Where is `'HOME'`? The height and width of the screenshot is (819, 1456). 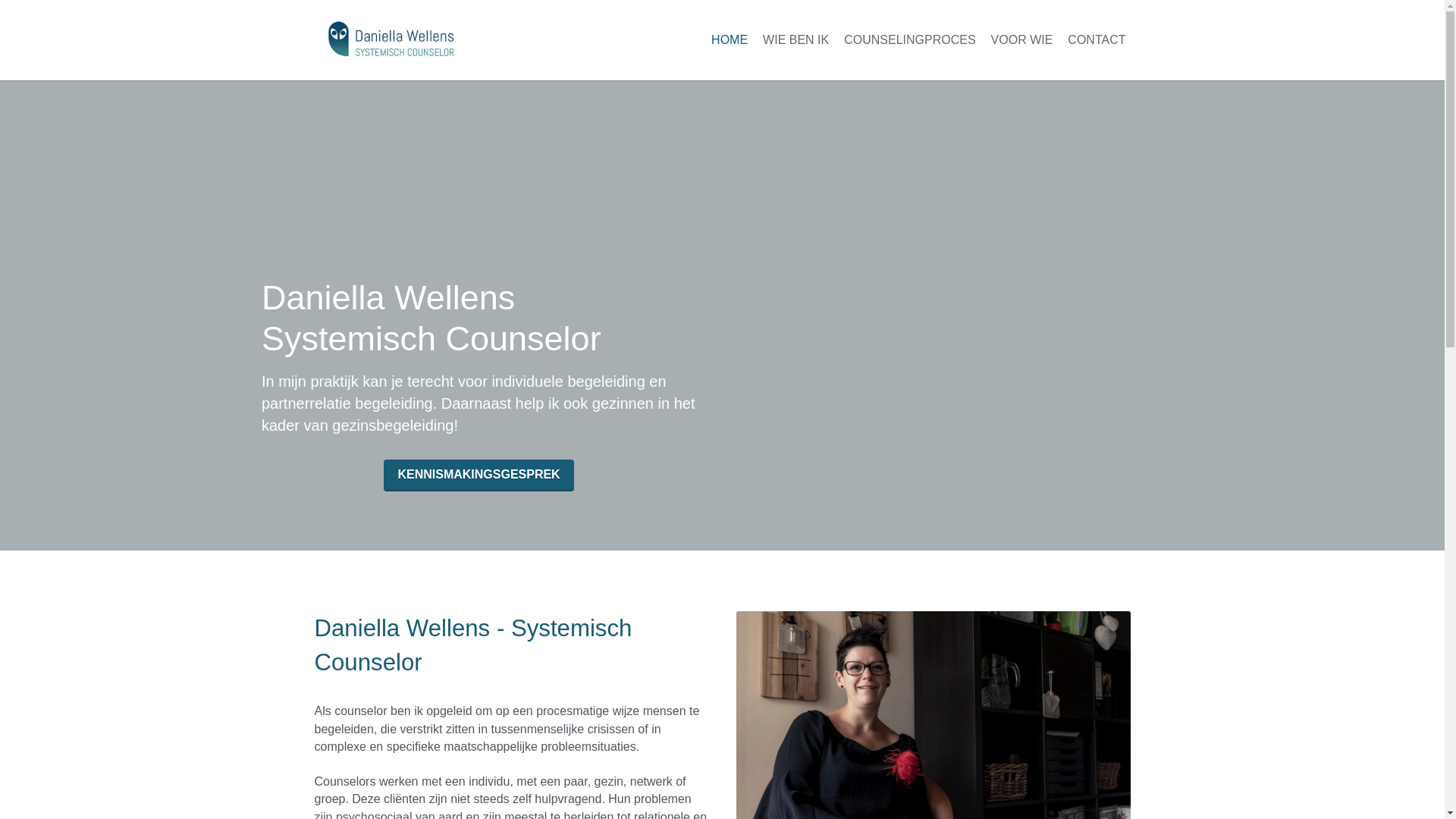
'HOME' is located at coordinates (729, 39).